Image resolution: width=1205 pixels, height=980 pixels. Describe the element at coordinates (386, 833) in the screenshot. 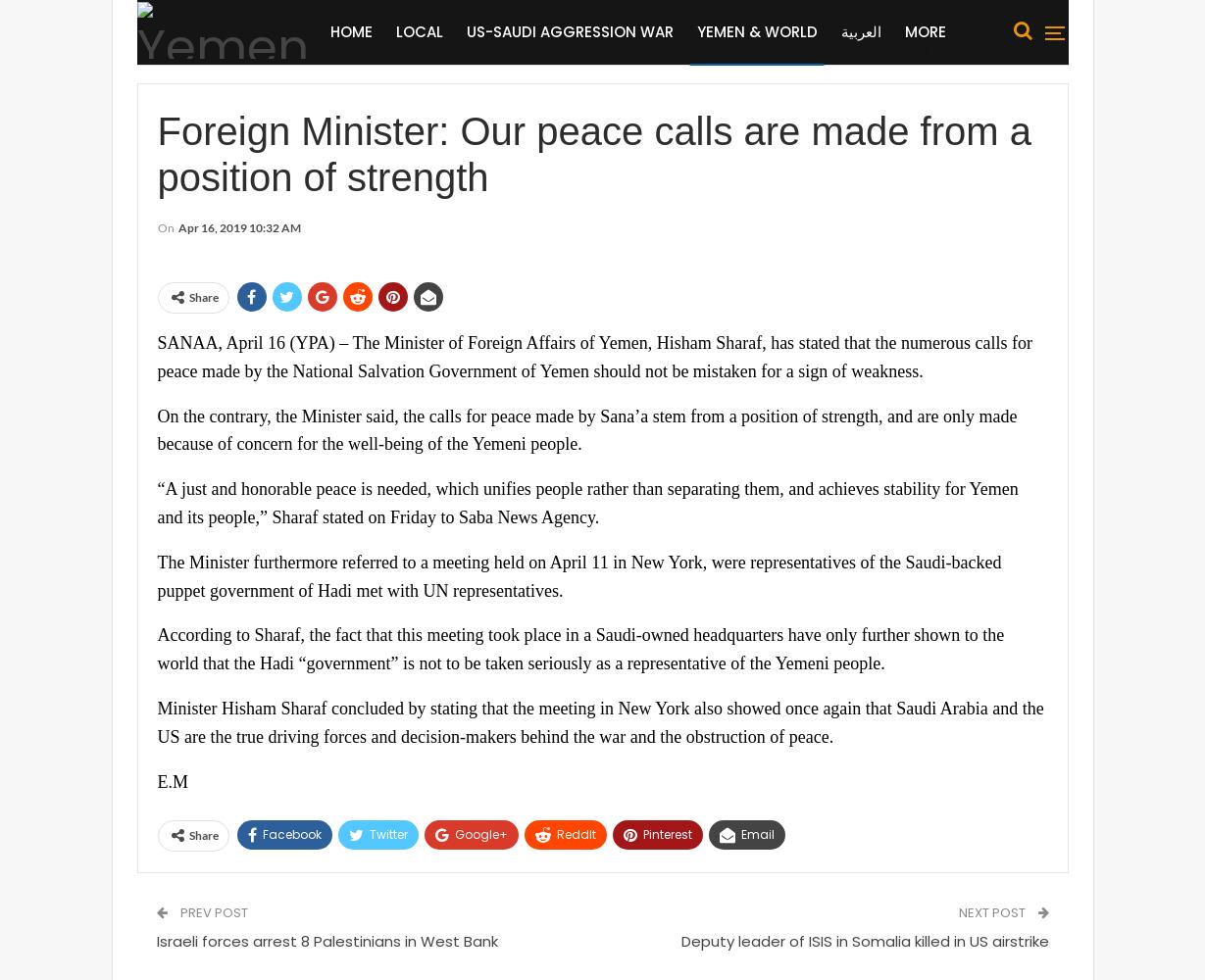

I see `'Twitter'` at that location.